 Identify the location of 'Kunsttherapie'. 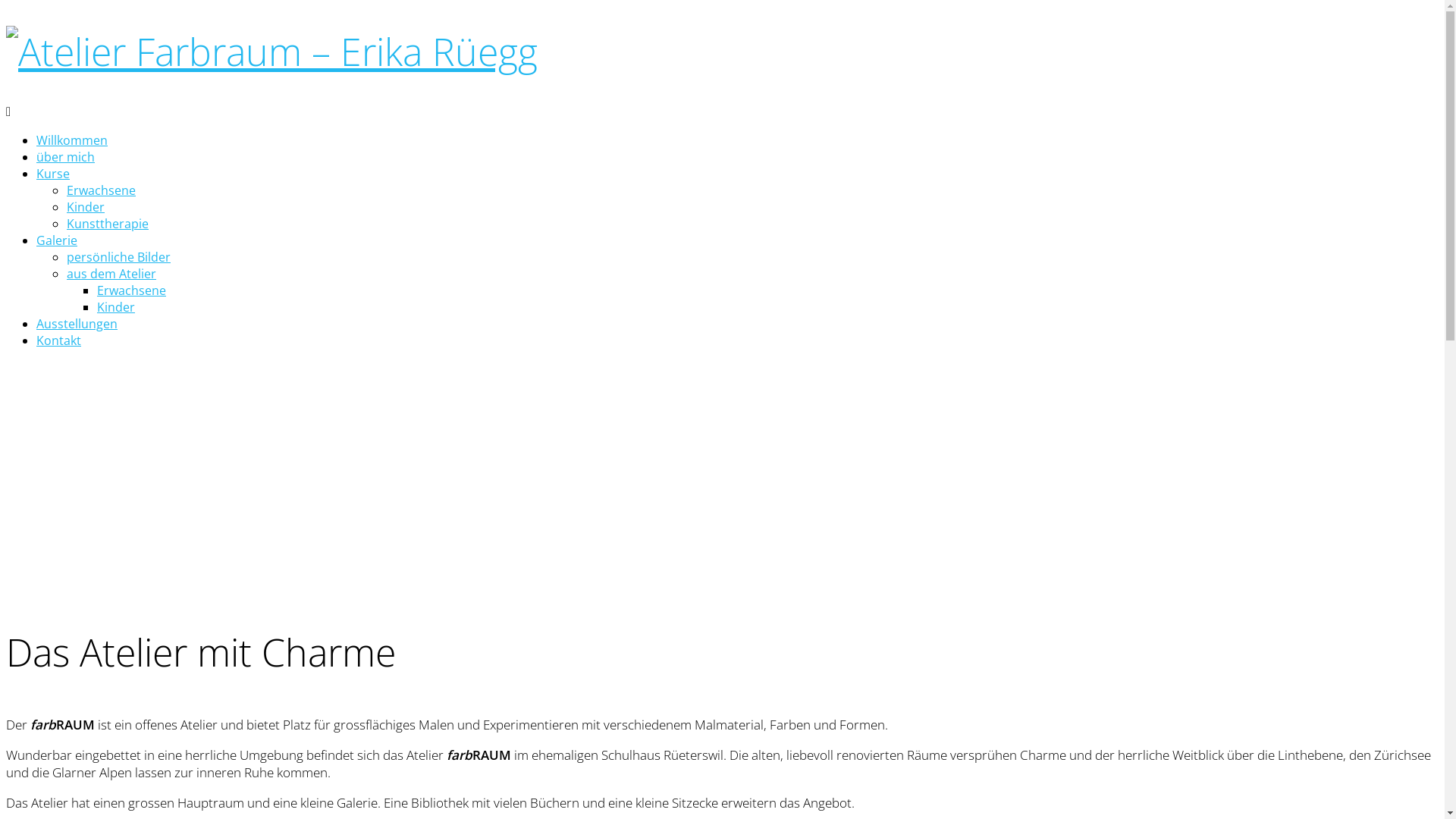
(107, 223).